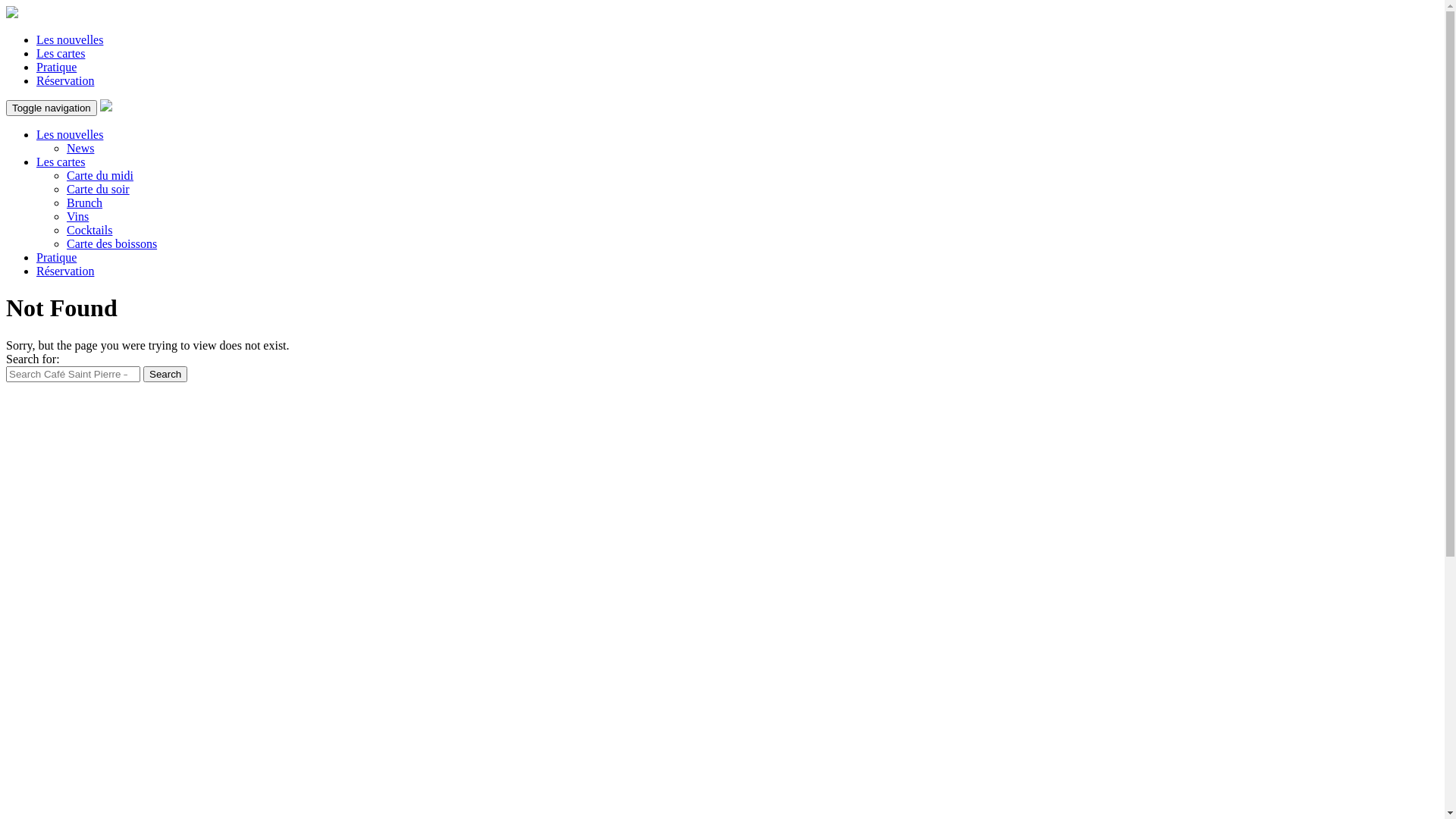  What do you see at coordinates (68, 133) in the screenshot?
I see `'Les nouvelles'` at bounding box center [68, 133].